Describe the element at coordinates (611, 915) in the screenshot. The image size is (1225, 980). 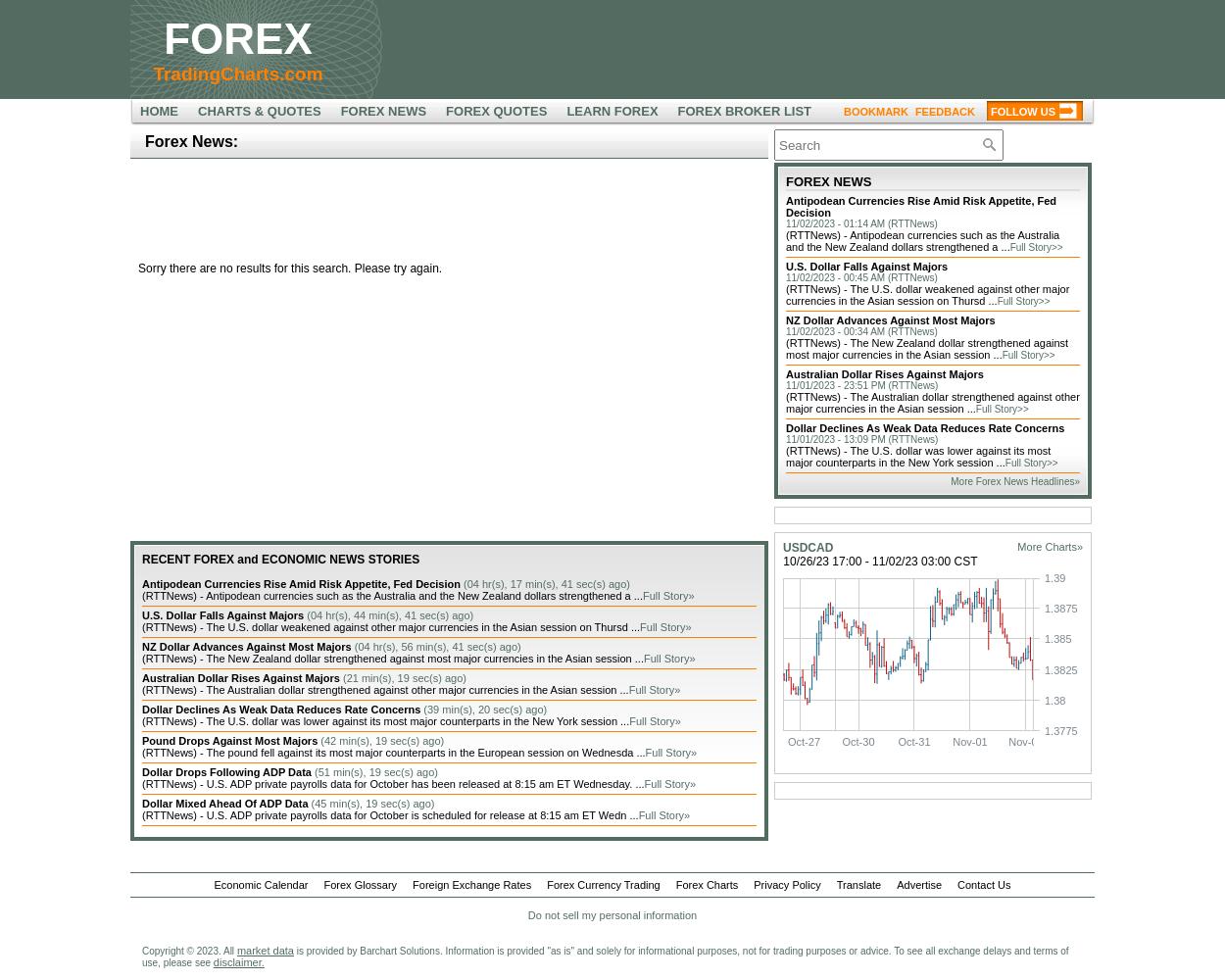
I see `'Do not sell my personal information'` at that location.